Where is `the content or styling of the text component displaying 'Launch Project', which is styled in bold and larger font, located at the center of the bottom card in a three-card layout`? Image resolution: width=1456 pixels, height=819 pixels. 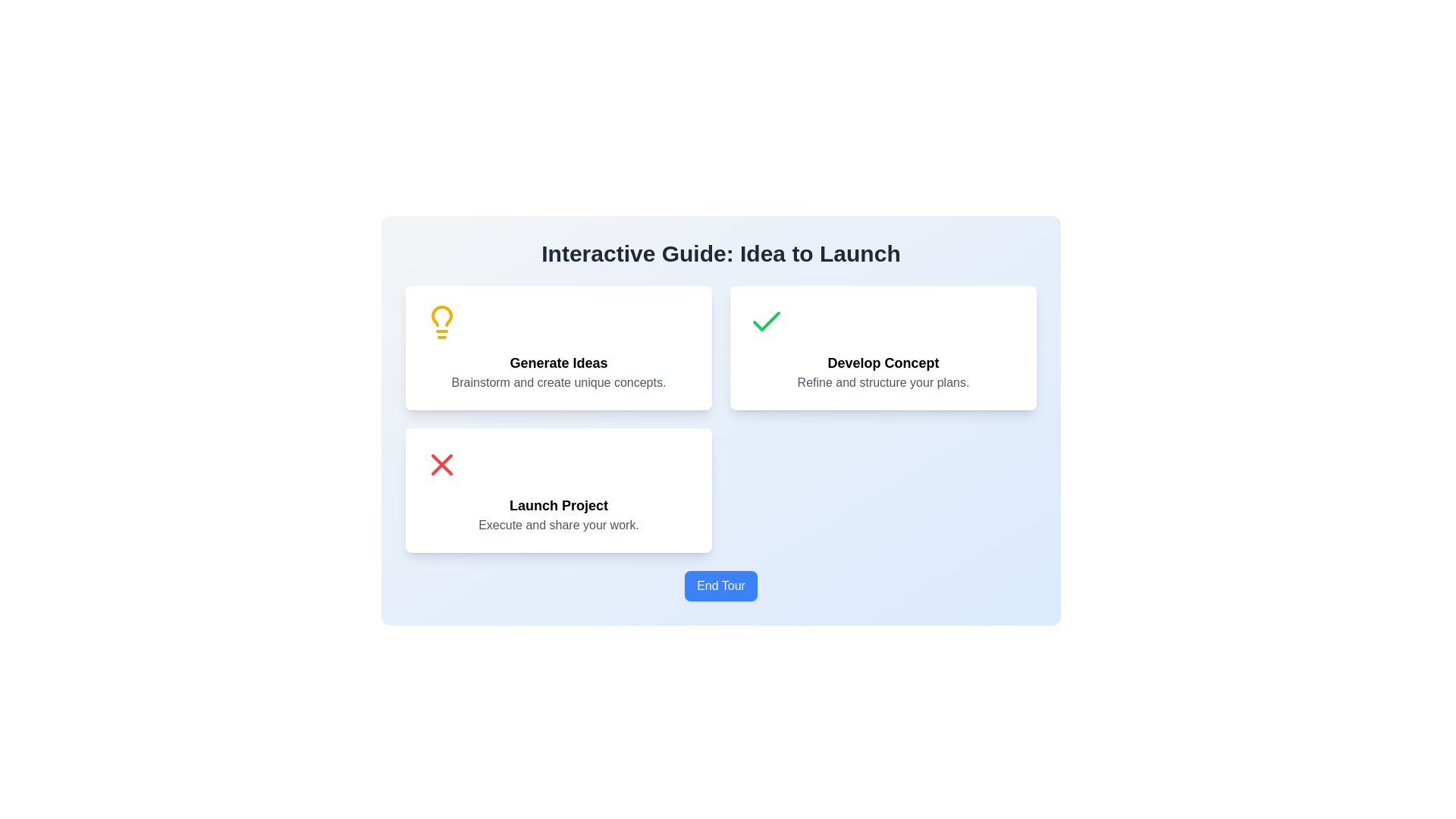 the content or styling of the text component displaying 'Launch Project', which is styled in bold and larger font, located at the center of the bottom card in a three-card layout is located at coordinates (558, 506).